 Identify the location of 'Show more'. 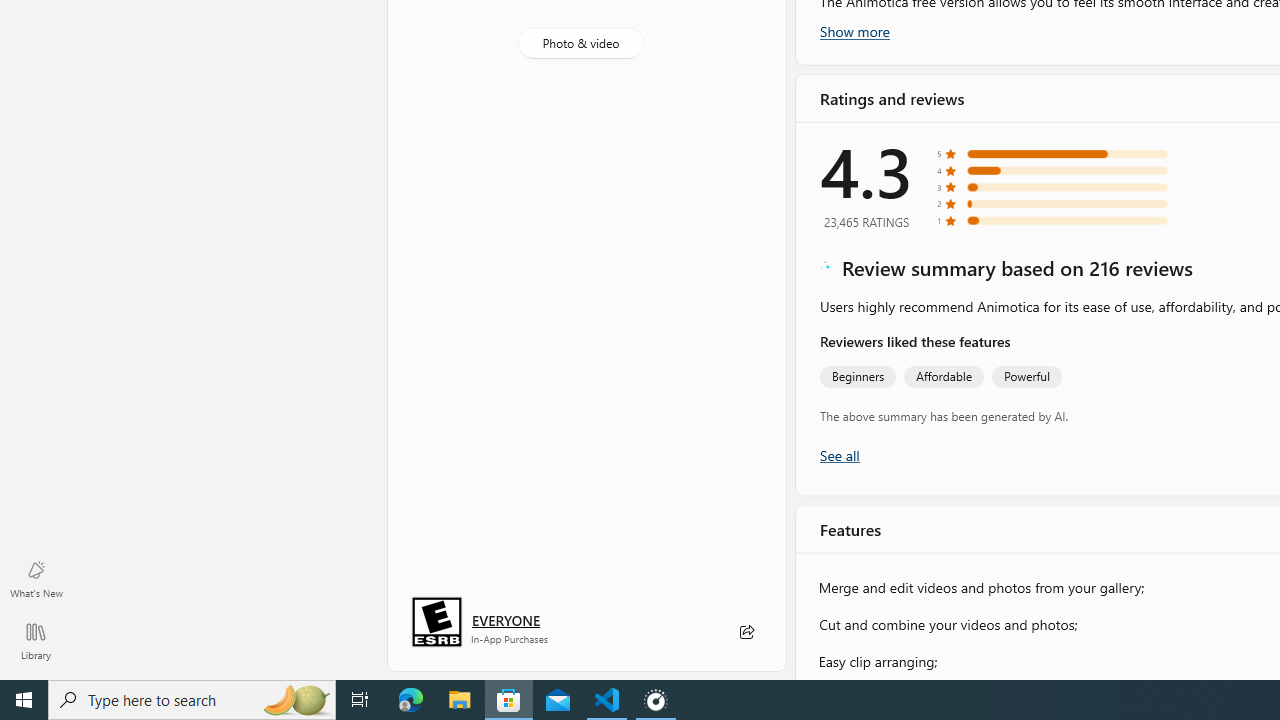
(855, 31).